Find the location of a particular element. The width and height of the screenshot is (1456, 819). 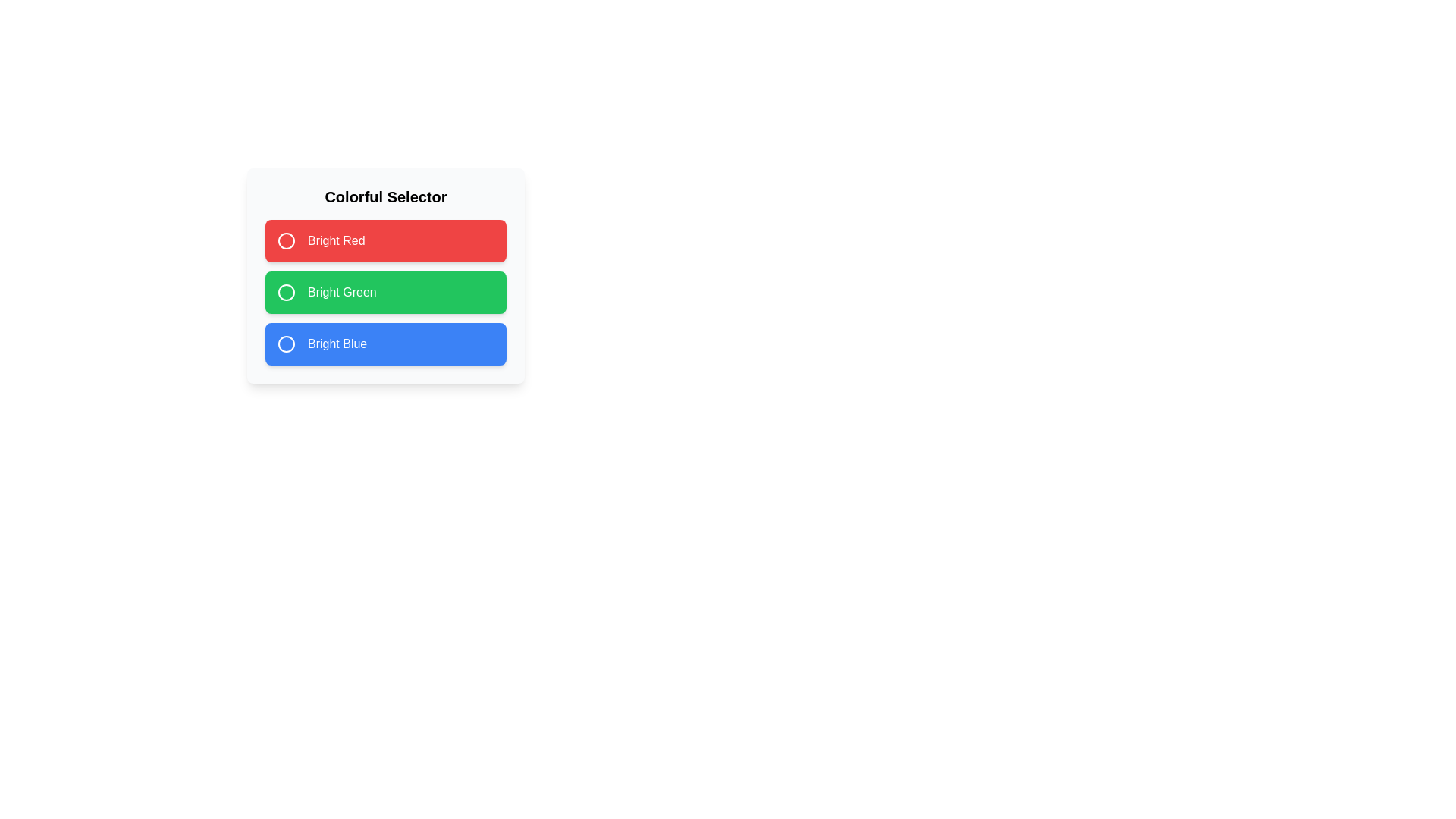

the white circular radio button with a red background located to the left of the text 'Bright Red' in the topmost row of three options is located at coordinates (287, 240).